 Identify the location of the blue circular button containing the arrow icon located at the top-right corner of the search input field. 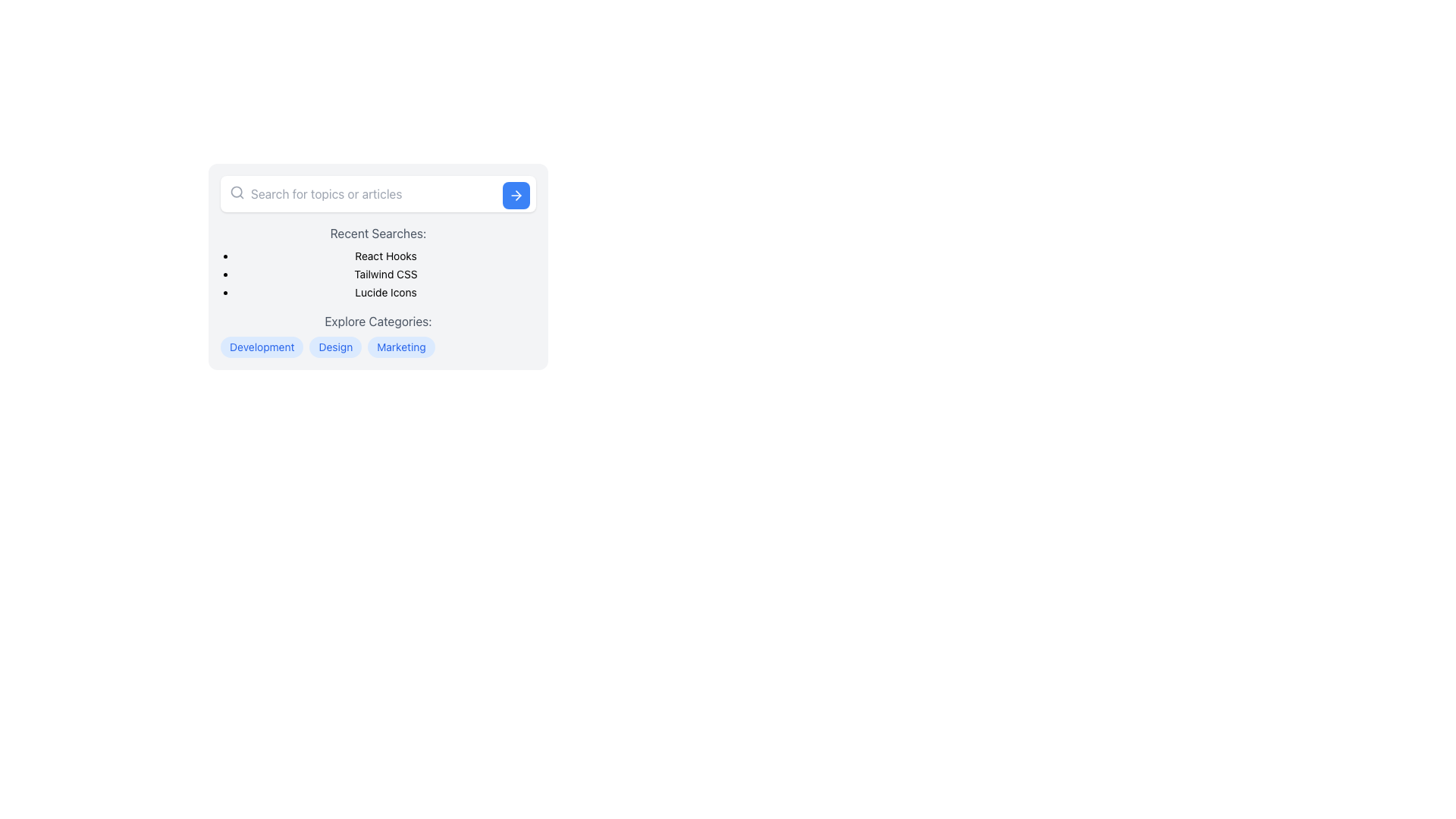
(516, 195).